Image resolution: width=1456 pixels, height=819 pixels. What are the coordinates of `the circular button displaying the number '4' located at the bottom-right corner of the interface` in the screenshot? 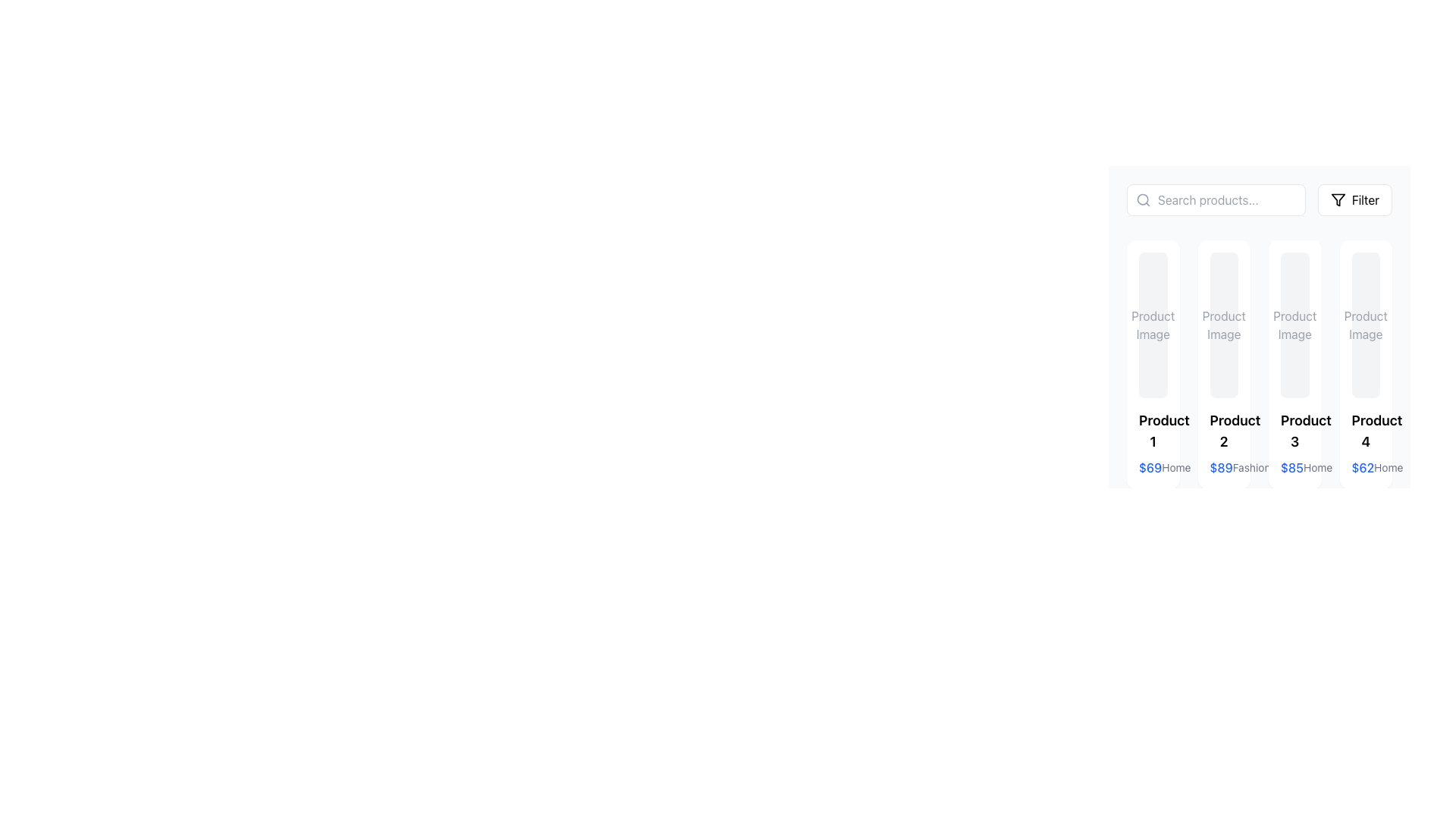 It's located at (1228, 795).